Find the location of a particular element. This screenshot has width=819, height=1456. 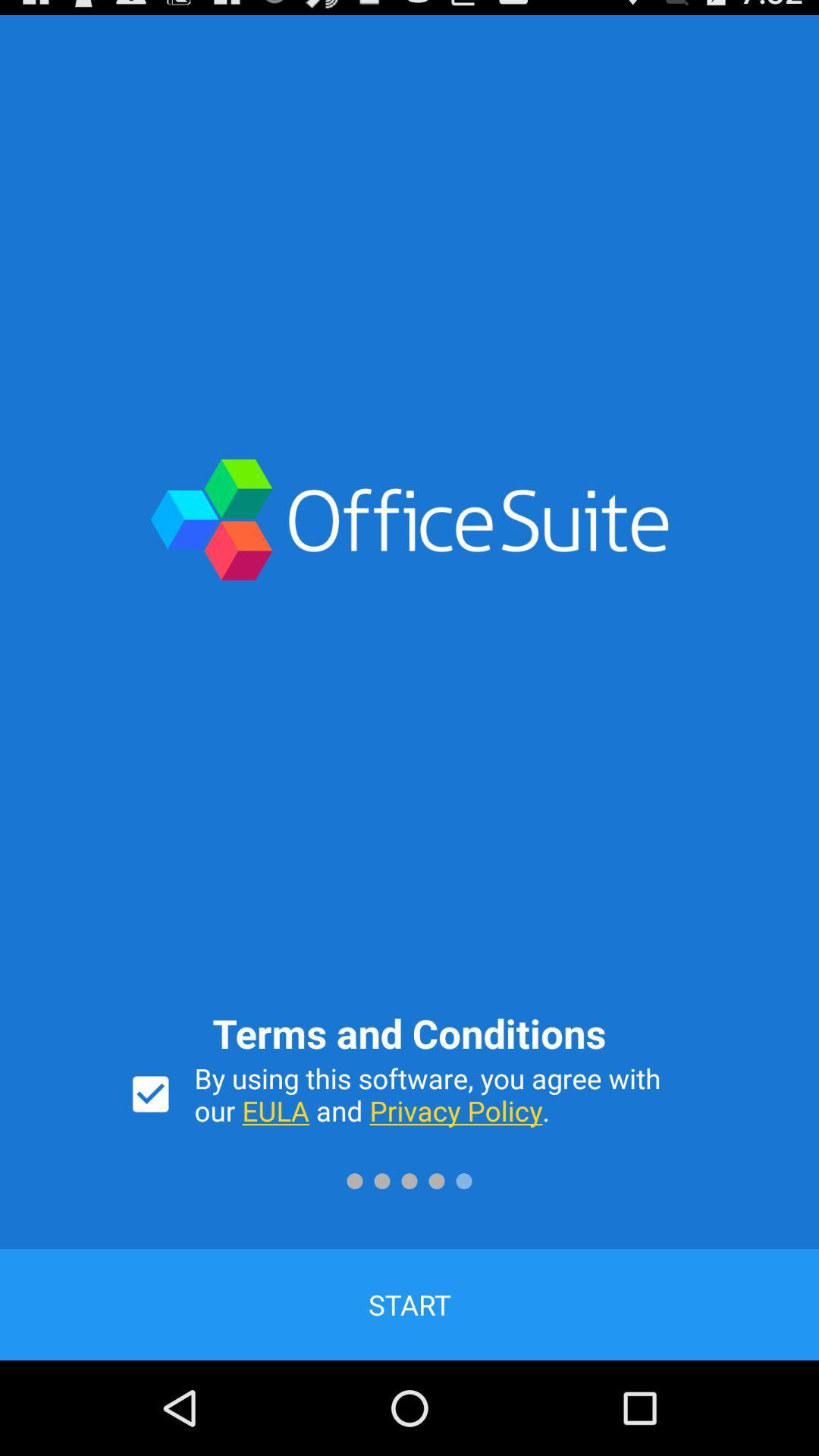

start item is located at coordinates (409, 1304).